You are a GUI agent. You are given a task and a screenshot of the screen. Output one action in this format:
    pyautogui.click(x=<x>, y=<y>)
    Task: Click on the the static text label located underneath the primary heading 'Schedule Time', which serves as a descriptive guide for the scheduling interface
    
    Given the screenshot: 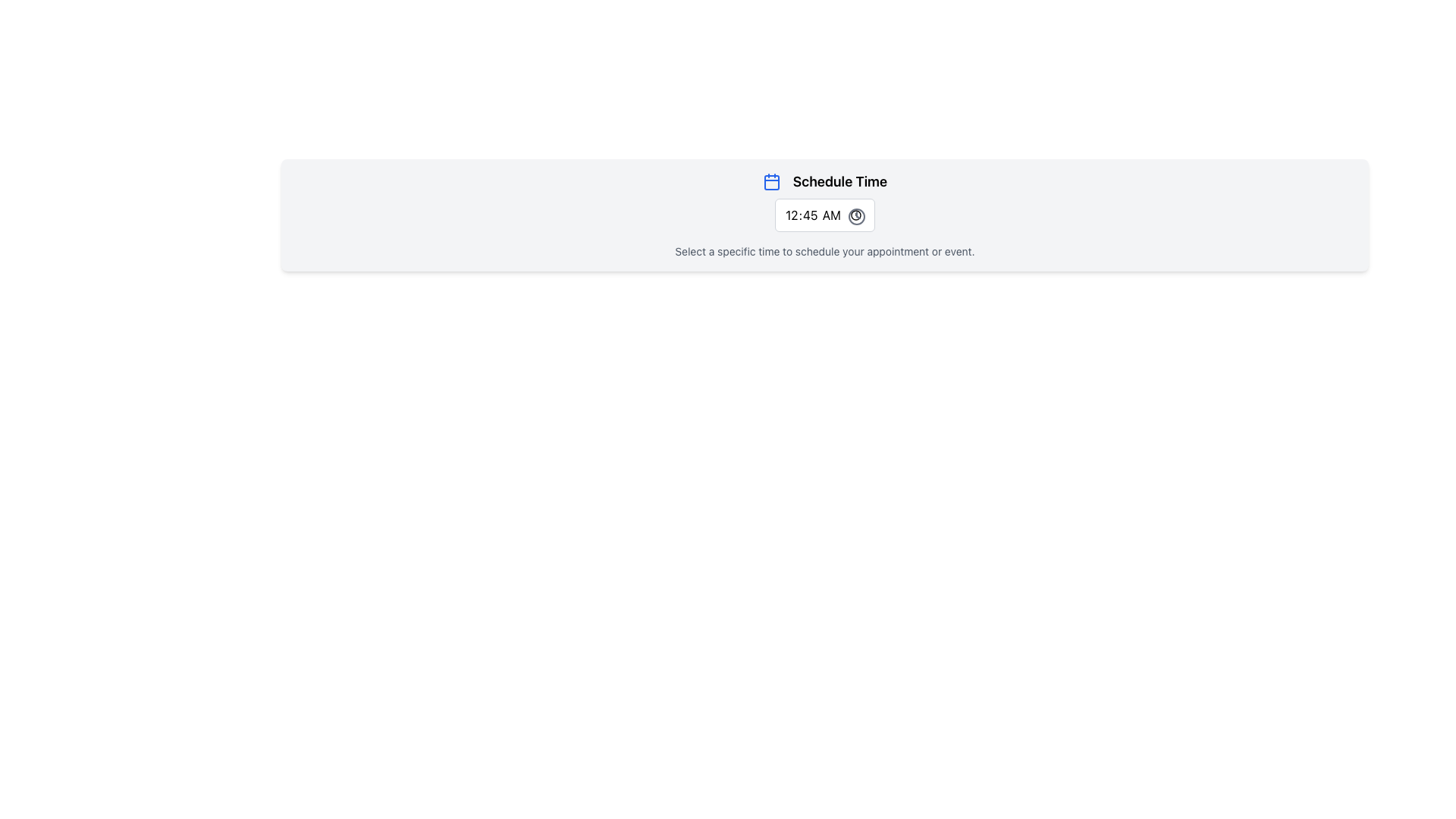 What is the action you would take?
    pyautogui.click(x=824, y=250)
    